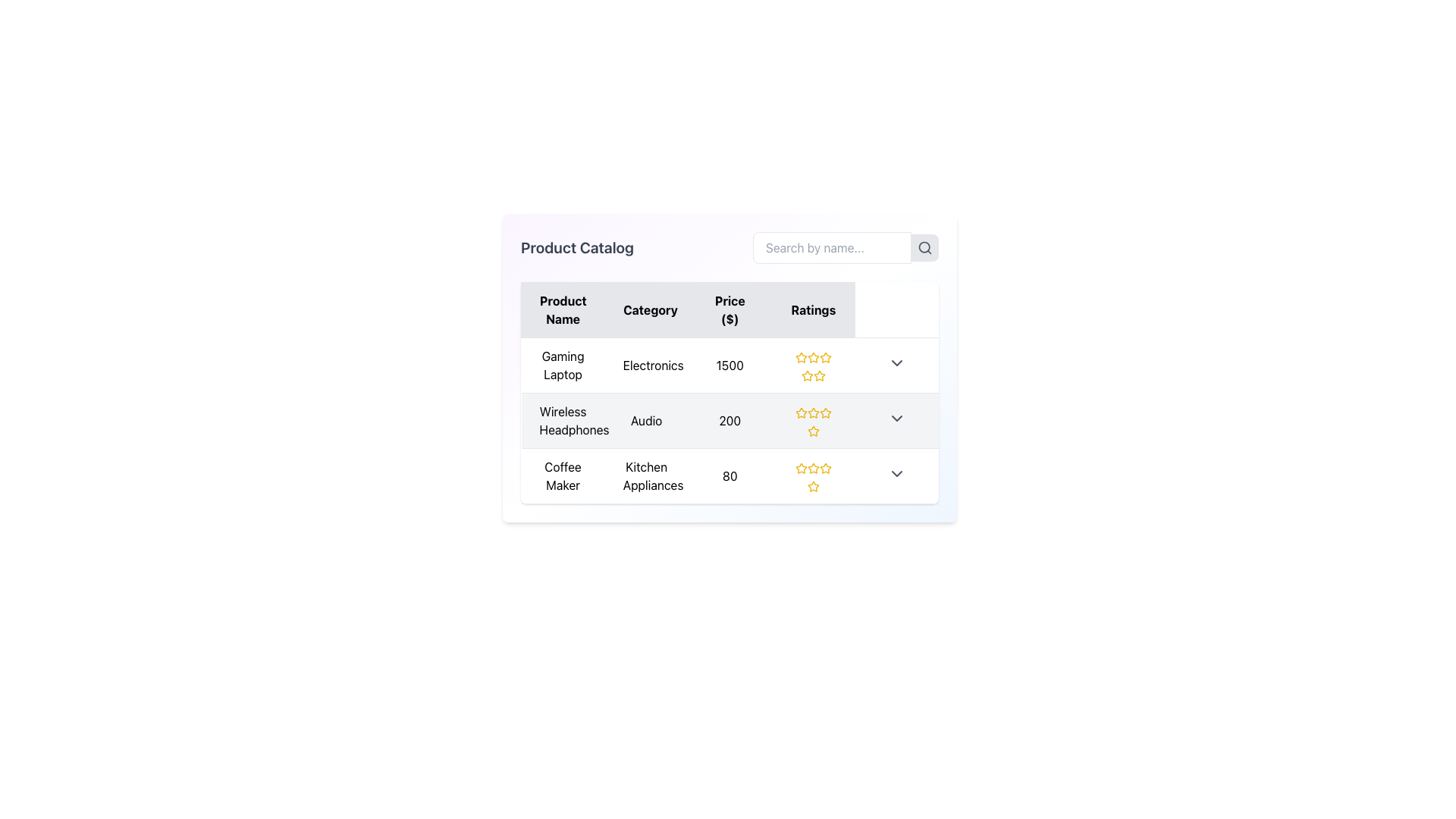 The width and height of the screenshot is (1456, 819). I want to click on the third star-shaped rating icon in the second row of the ratings column, which is filled with yellow, indicating a specific rating value, so click(812, 431).